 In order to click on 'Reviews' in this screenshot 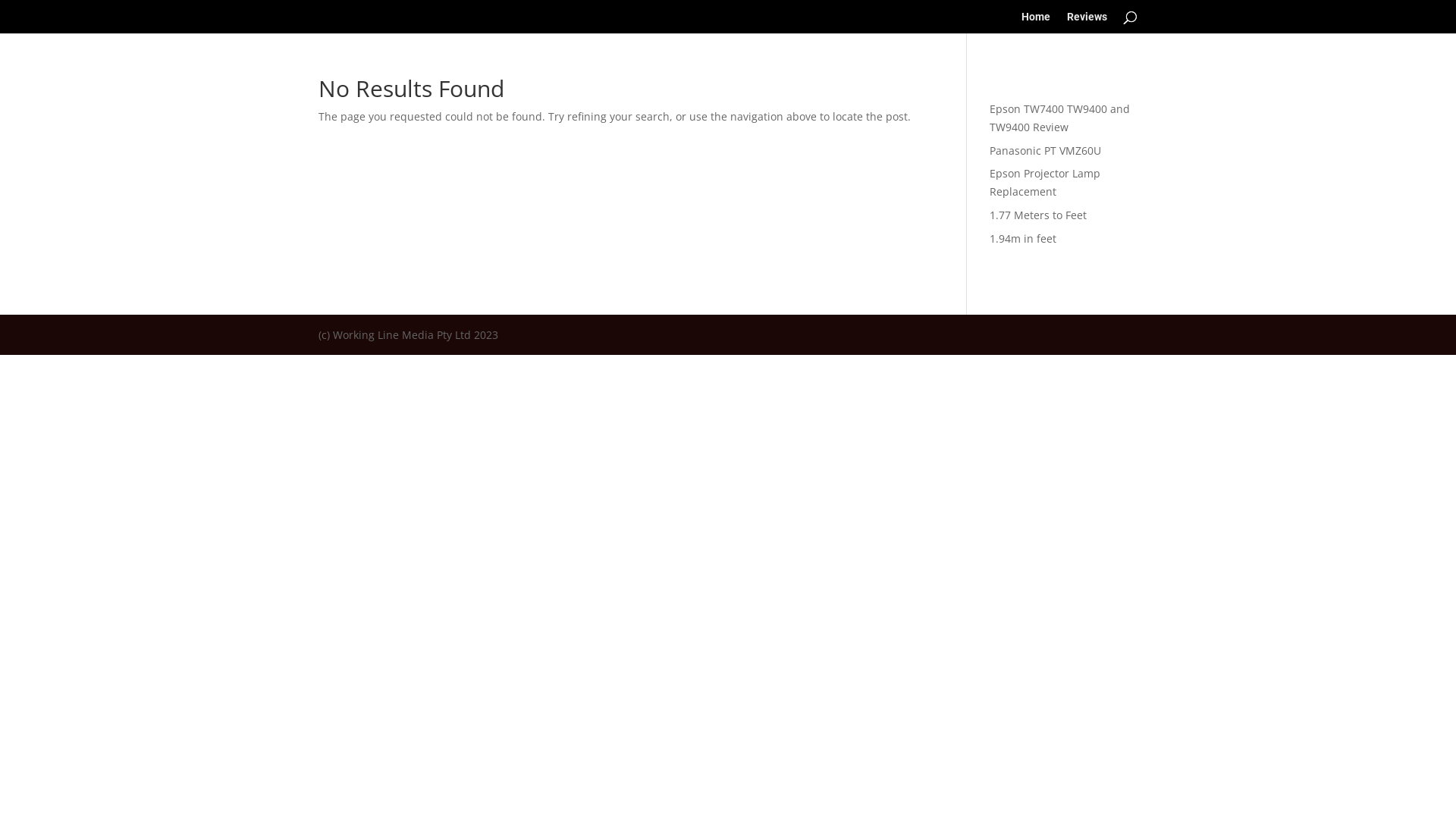, I will do `click(1086, 22)`.